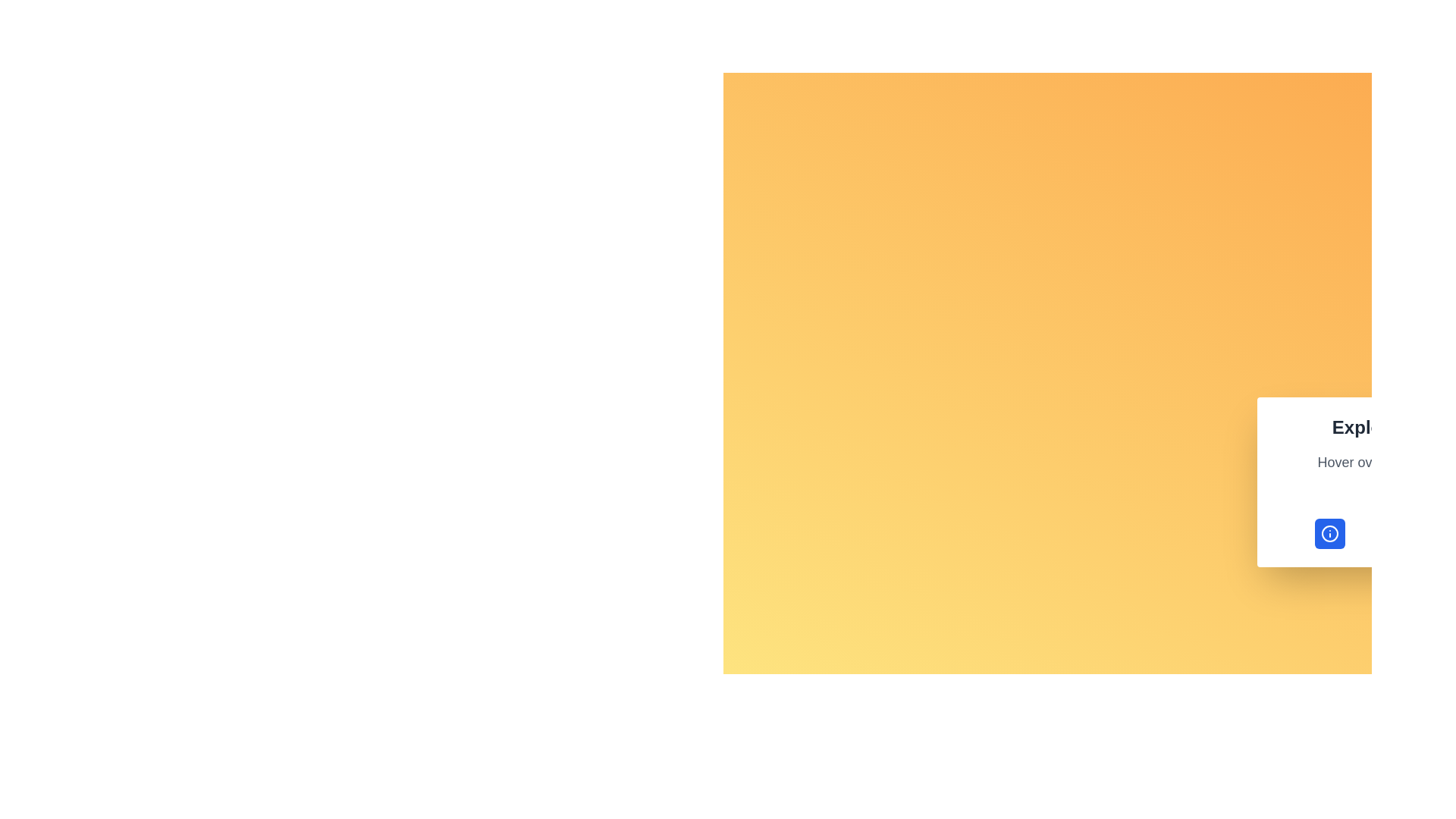 This screenshot has width=1456, height=819. Describe the element at coordinates (1329, 533) in the screenshot. I see `the blue button located at the bottom right of the interface to enable keyboard navigation for displaying tooltips or help text` at that location.